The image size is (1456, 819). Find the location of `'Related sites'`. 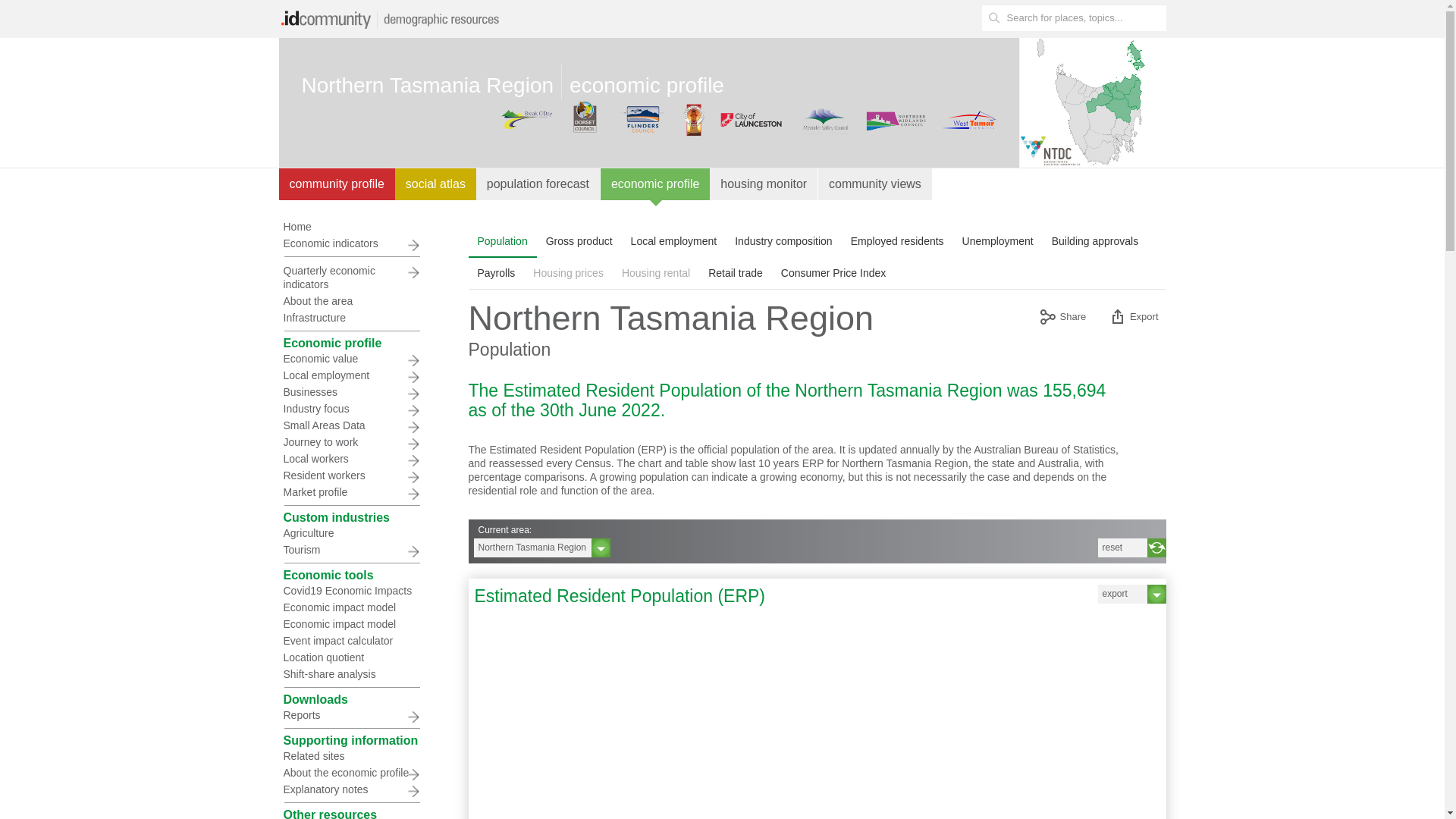

'Related sites' is located at coordinates (350, 755).